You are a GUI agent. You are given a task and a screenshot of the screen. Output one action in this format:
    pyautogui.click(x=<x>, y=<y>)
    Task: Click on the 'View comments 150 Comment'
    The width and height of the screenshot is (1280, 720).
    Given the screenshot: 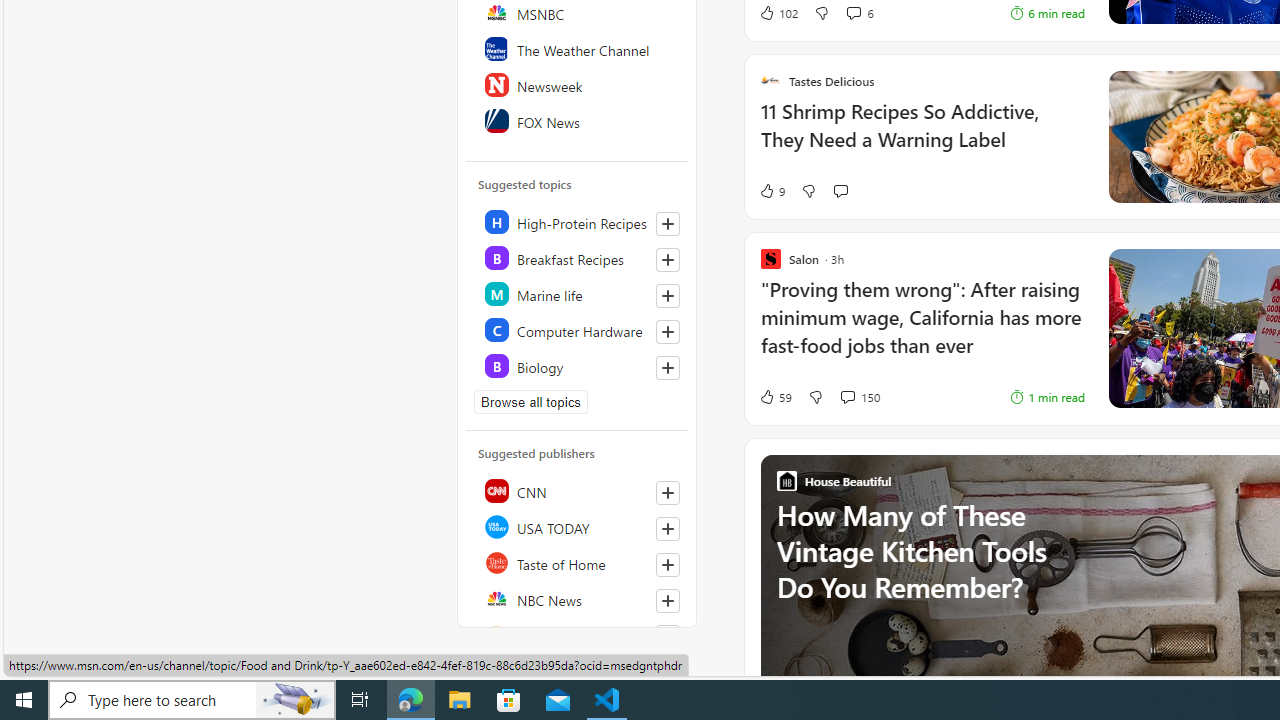 What is the action you would take?
    pyautogui.click(x=859, y=397)
    